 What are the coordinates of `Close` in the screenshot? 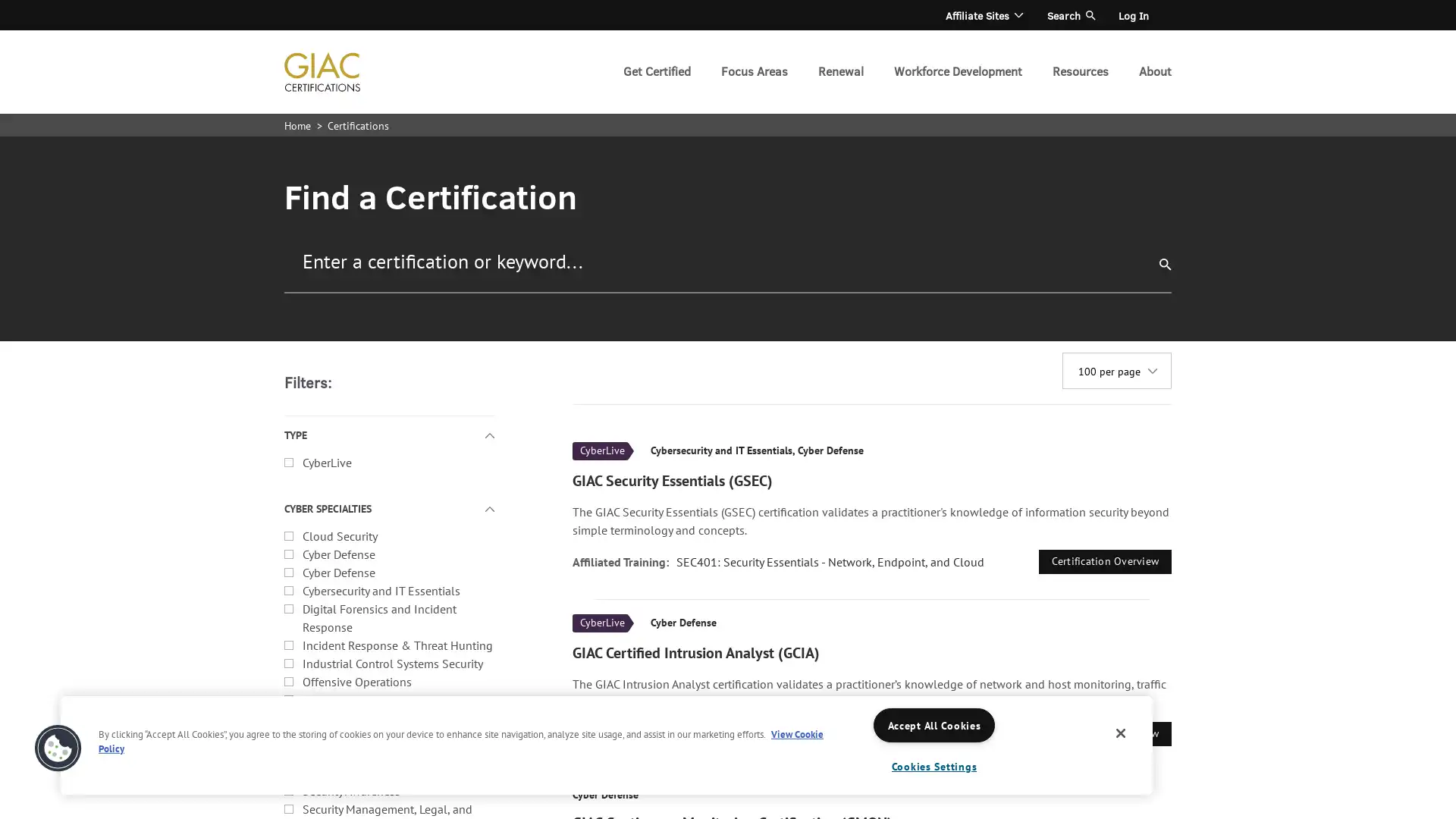 It's located at (1121, 733).